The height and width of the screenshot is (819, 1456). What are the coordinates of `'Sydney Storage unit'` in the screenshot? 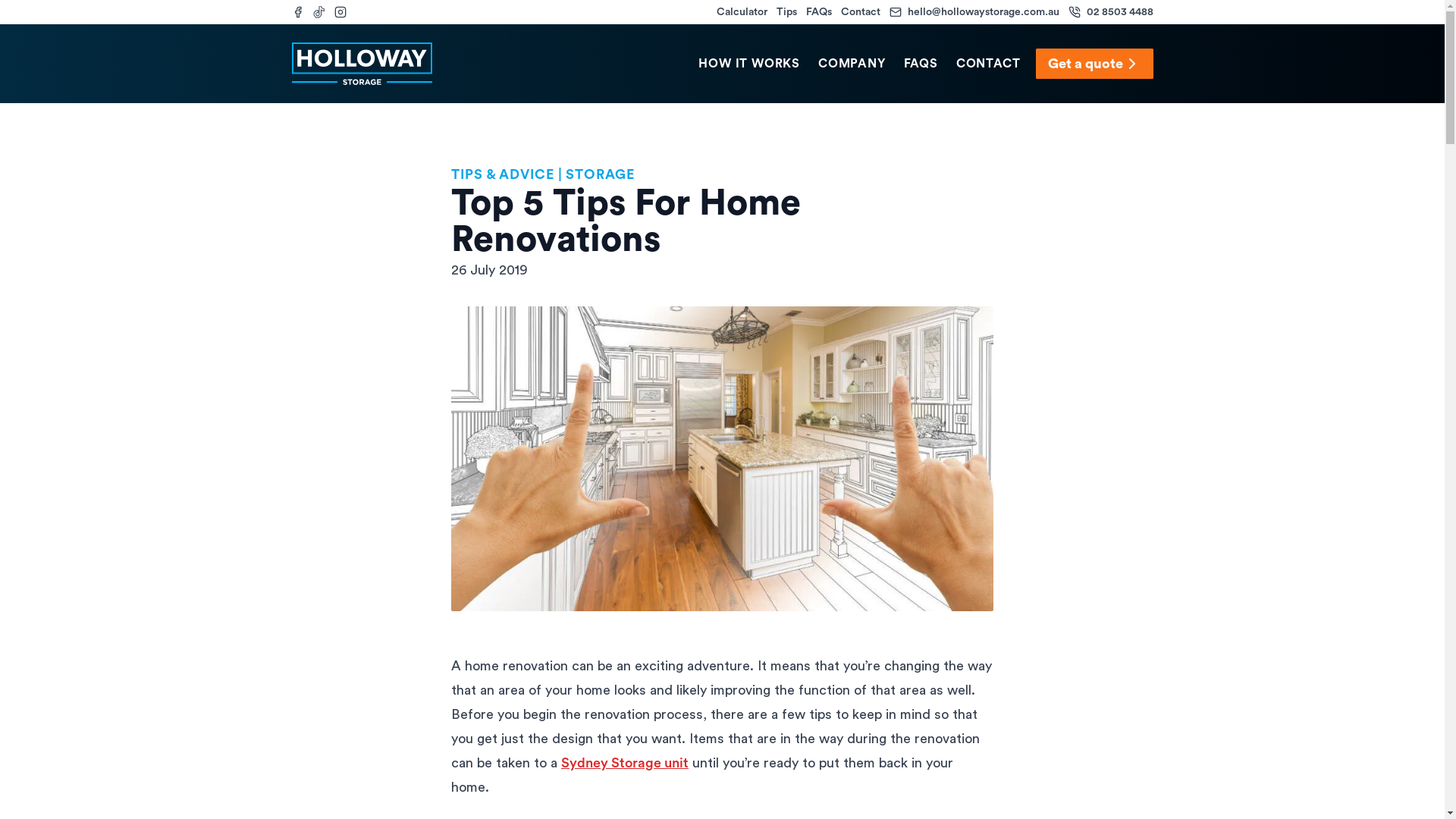 It's located at (625, 763).